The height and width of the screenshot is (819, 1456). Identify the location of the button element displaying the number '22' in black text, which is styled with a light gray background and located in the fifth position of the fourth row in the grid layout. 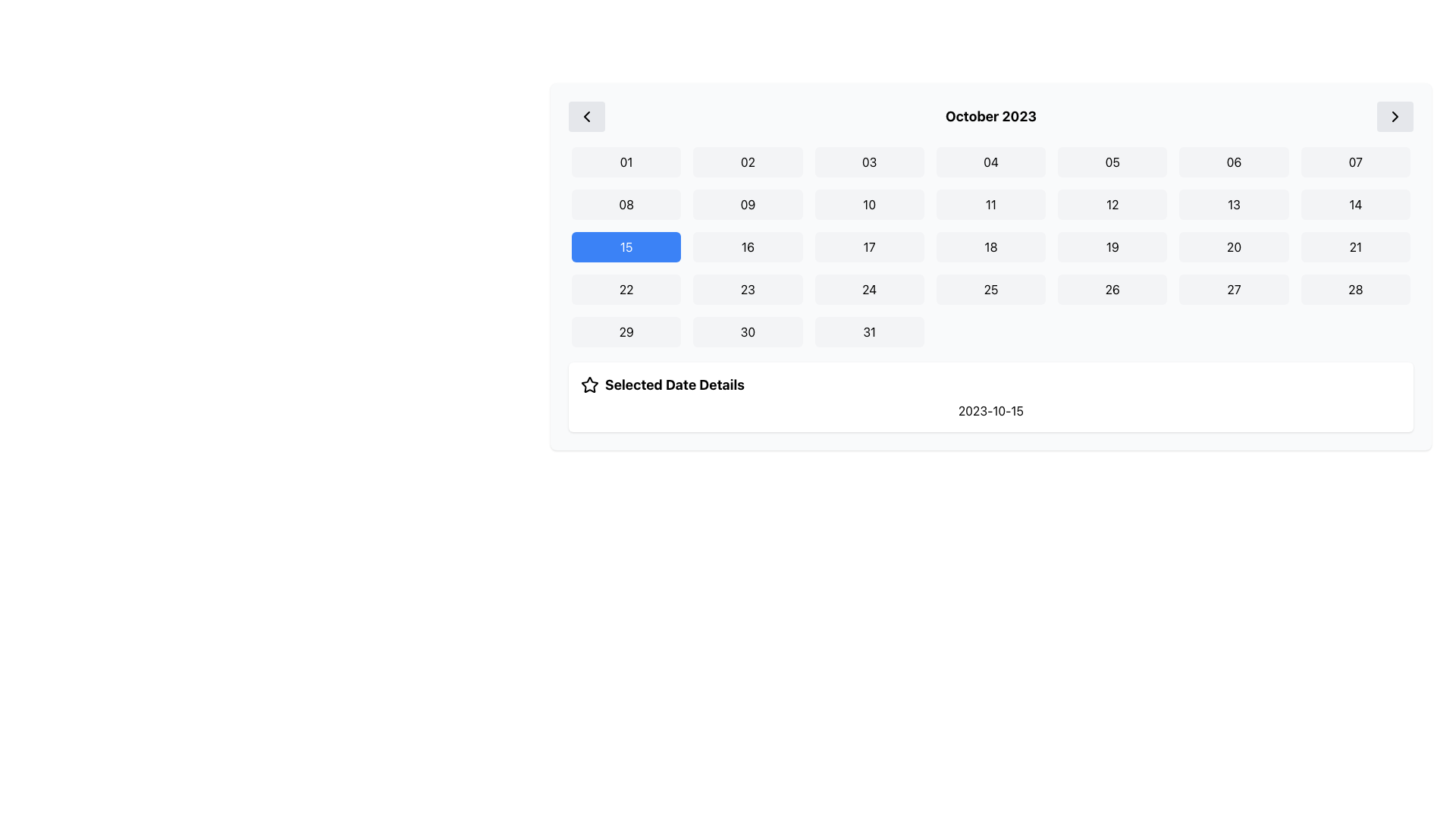
(626, 289).